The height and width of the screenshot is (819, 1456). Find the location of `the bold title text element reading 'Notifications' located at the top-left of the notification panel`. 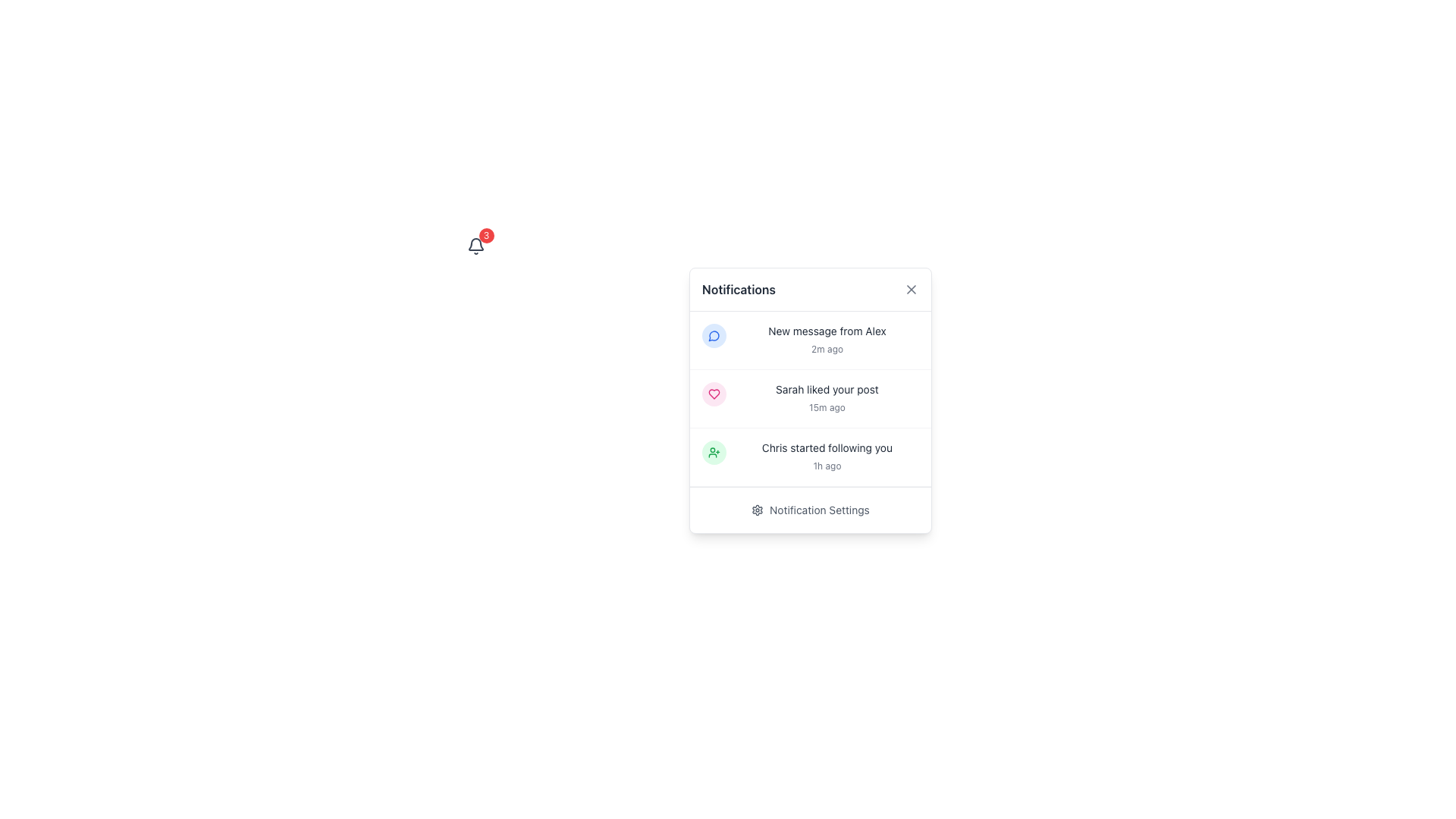

the bold title text element reading 'Notifications' located at the top-left of the notification panel is located at coordinates (739, 289).